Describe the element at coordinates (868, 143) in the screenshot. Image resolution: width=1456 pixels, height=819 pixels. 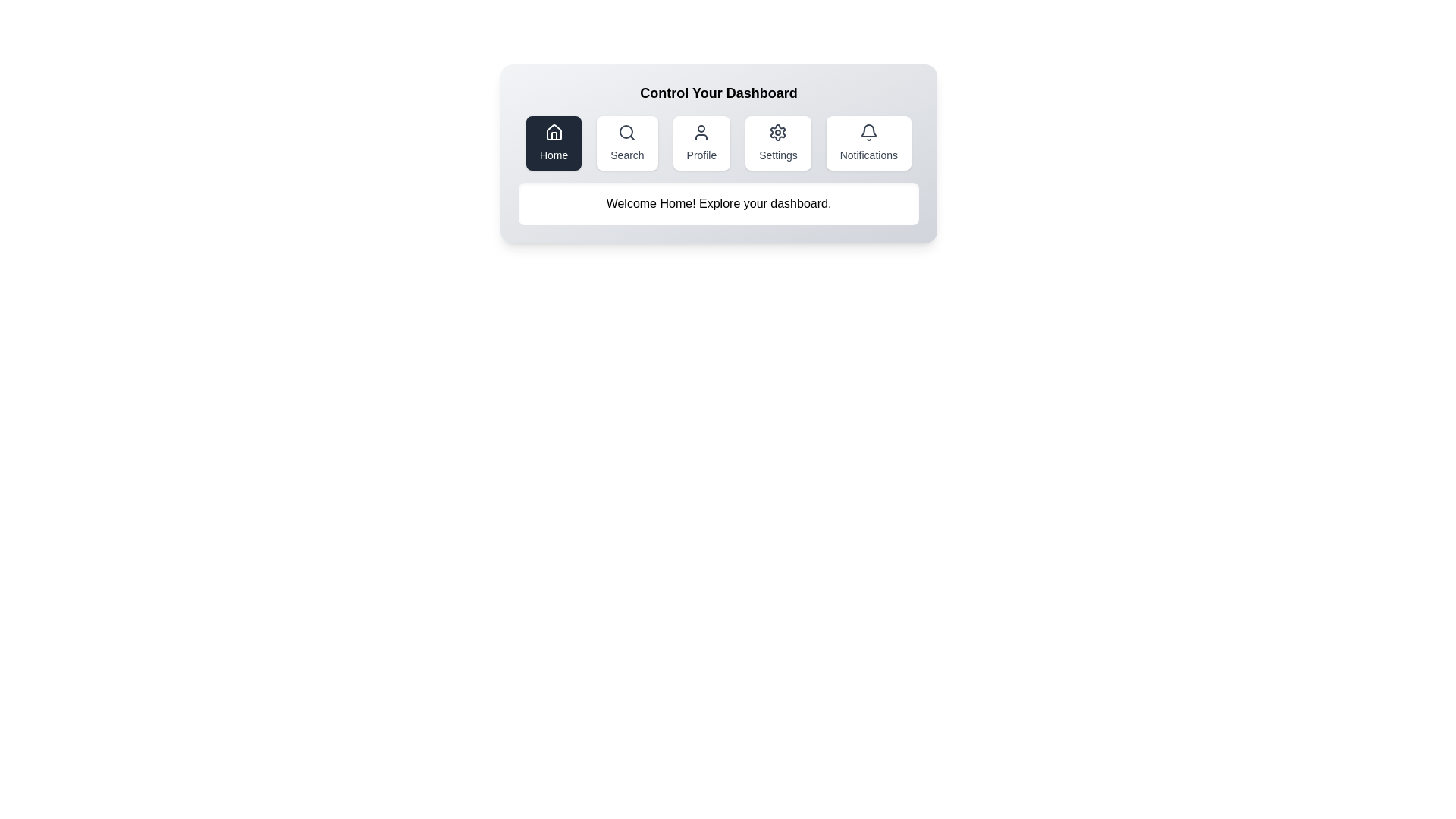
I see `the notifications button located in the top center navigation menu, which is the fifth button and positioned between the 'Settings' button and empty space` at that location.